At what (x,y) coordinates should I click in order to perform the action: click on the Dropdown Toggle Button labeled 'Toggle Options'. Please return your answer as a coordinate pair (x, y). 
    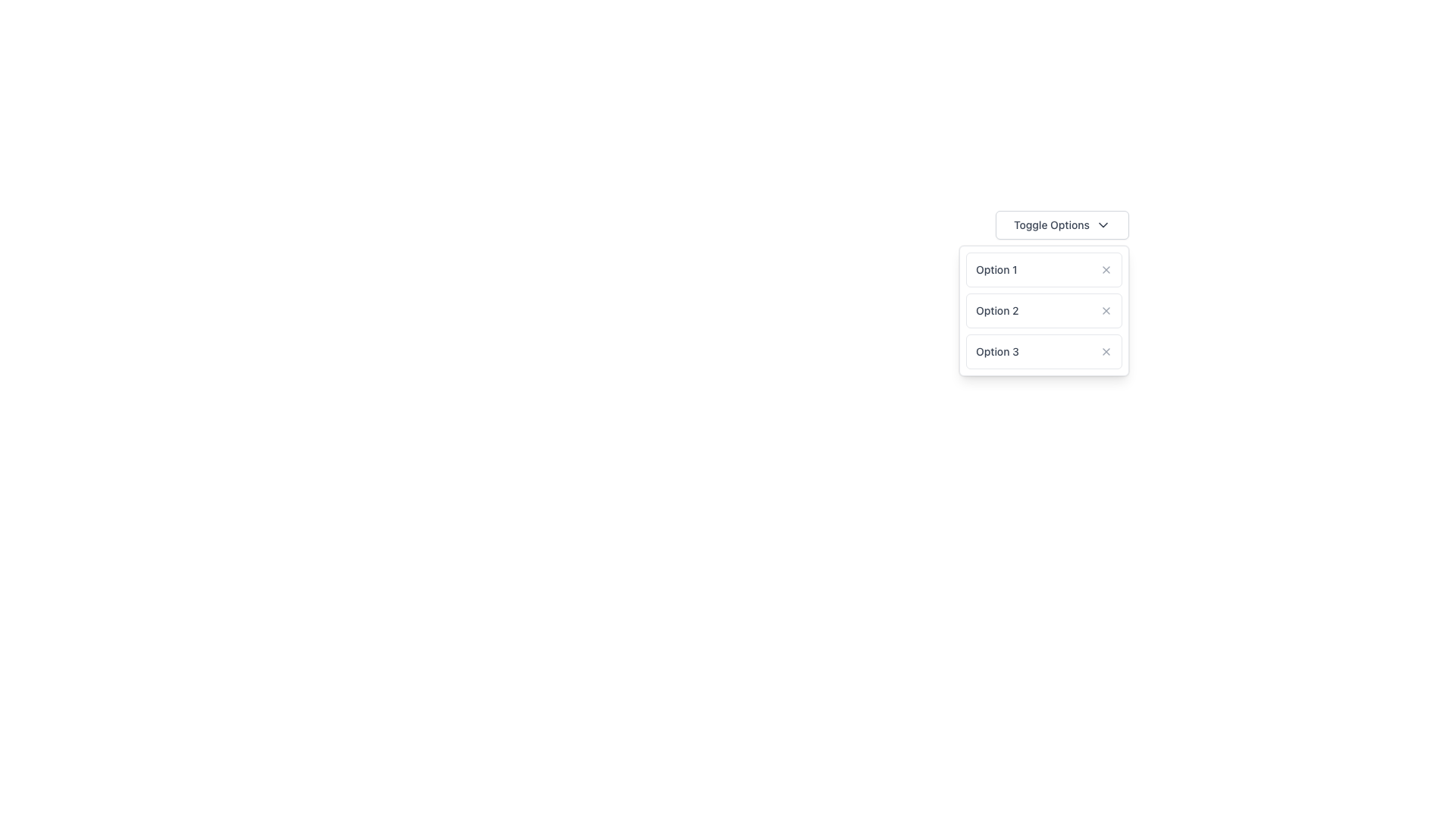
    Looking at the image, I should click on (1062, 225).